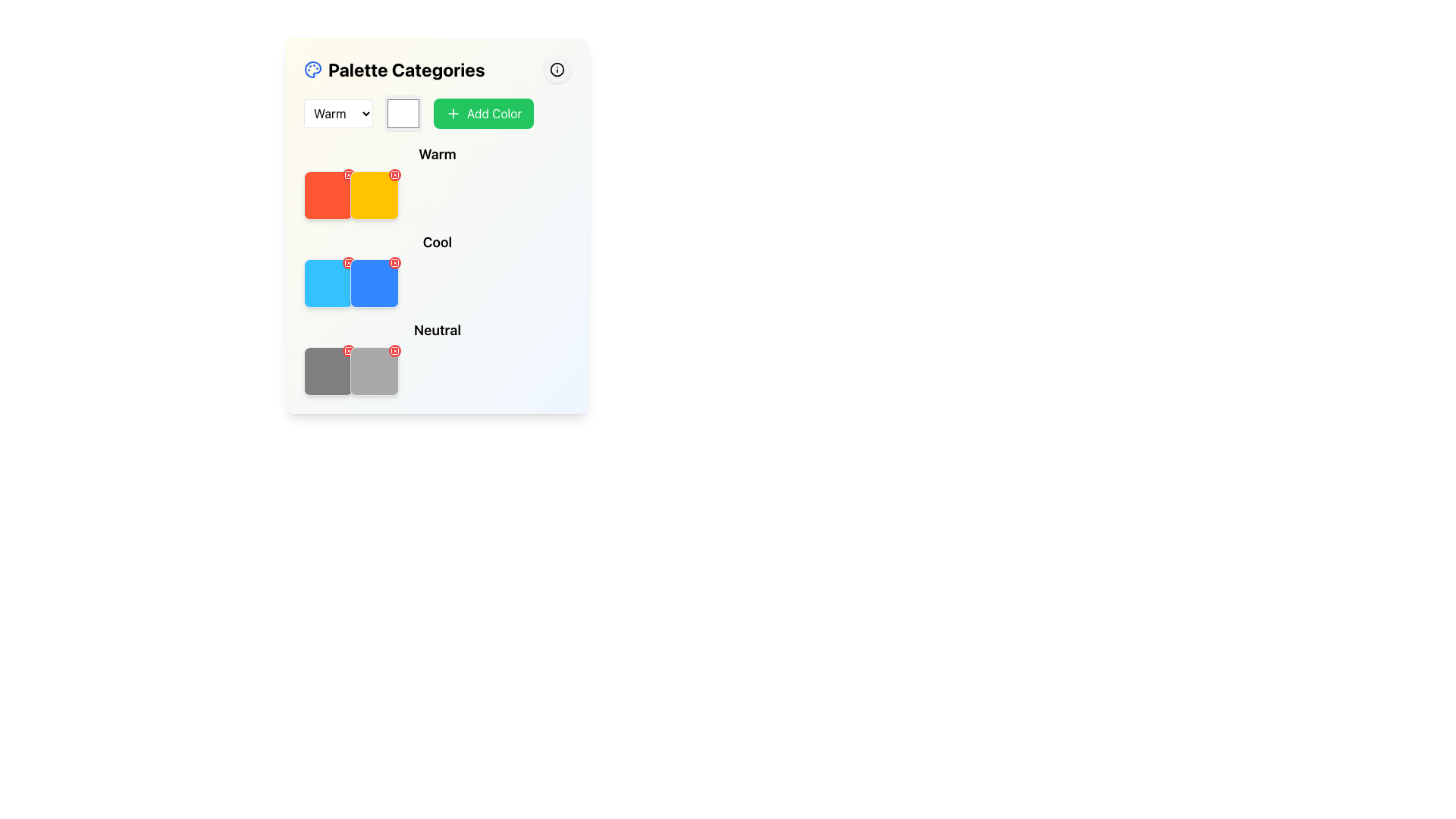 This screenshot has width=1456, height=819. I want to click on the close/delete button icon located in the top-right corner of the 'Warm' category section, which visually indicates an interactive action to remove or dismiss the associated color block, so click(395, 174).